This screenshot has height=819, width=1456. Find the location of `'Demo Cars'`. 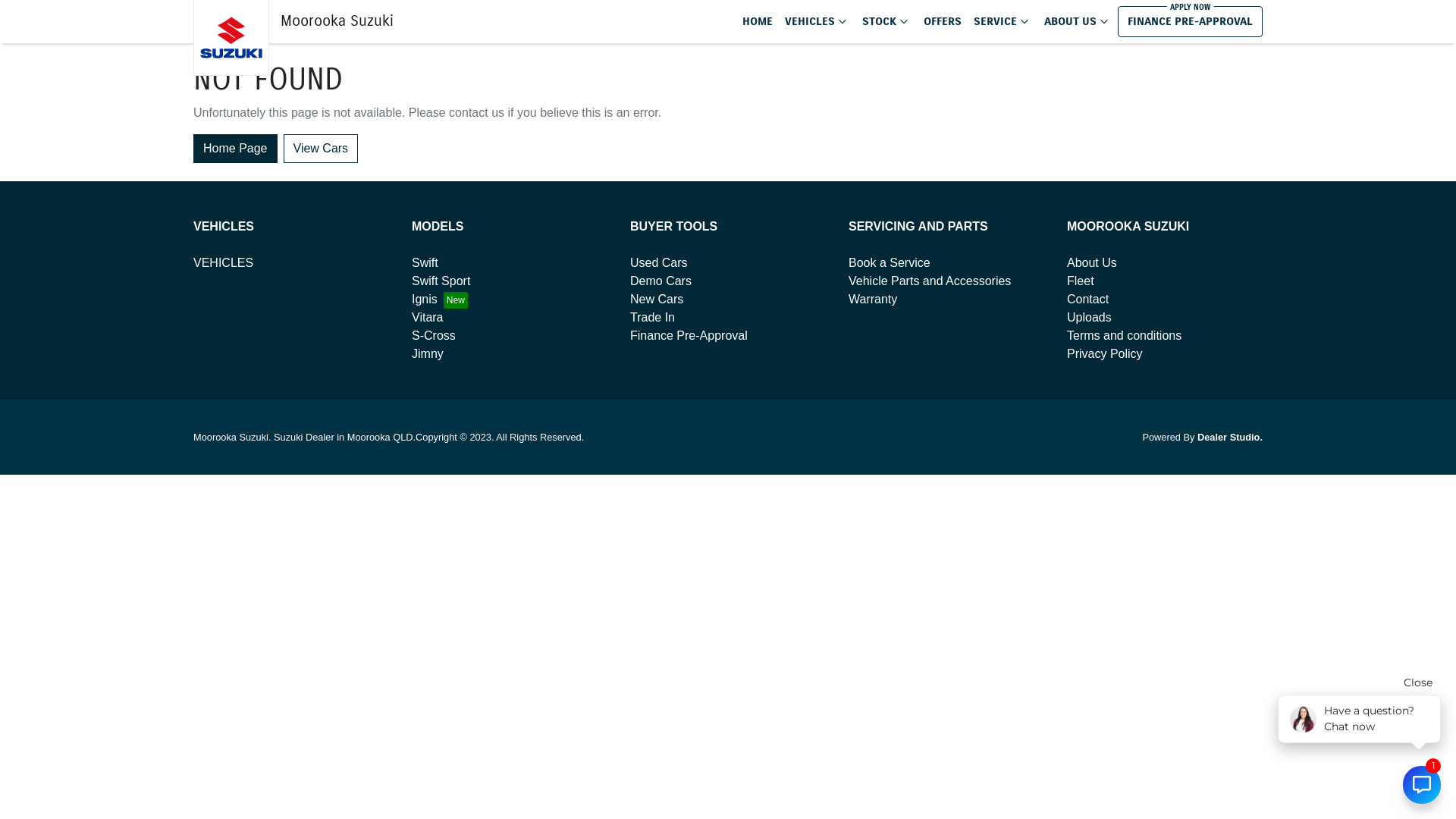

'Demo Cars' is located at coordinates (661, 281).